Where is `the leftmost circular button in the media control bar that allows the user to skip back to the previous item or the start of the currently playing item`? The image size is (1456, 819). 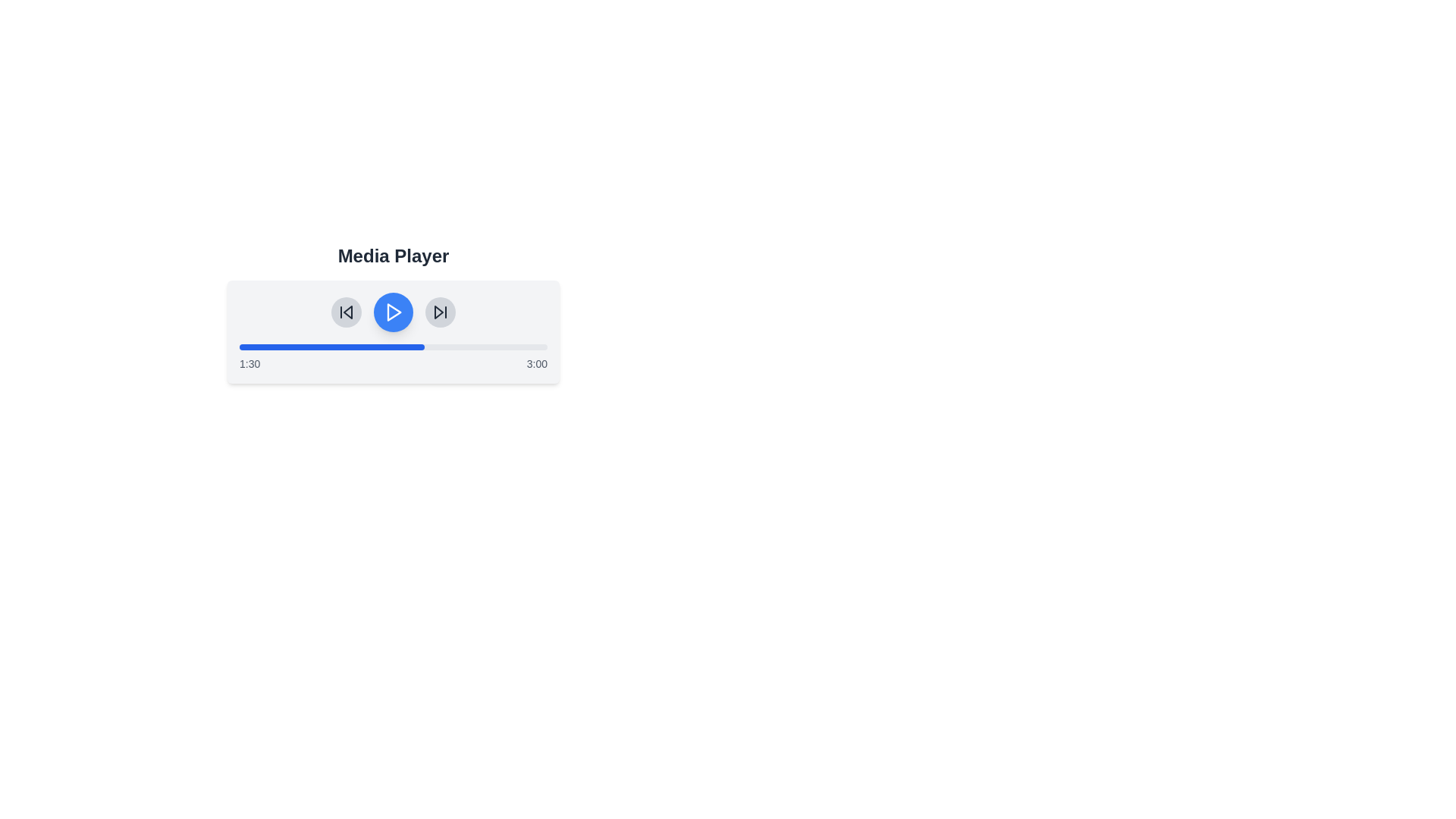
the leftmost circular button in the media control bar that allows the user to skip back to the previous item or the start of the currently playing item is located at coordinates (345, 312).